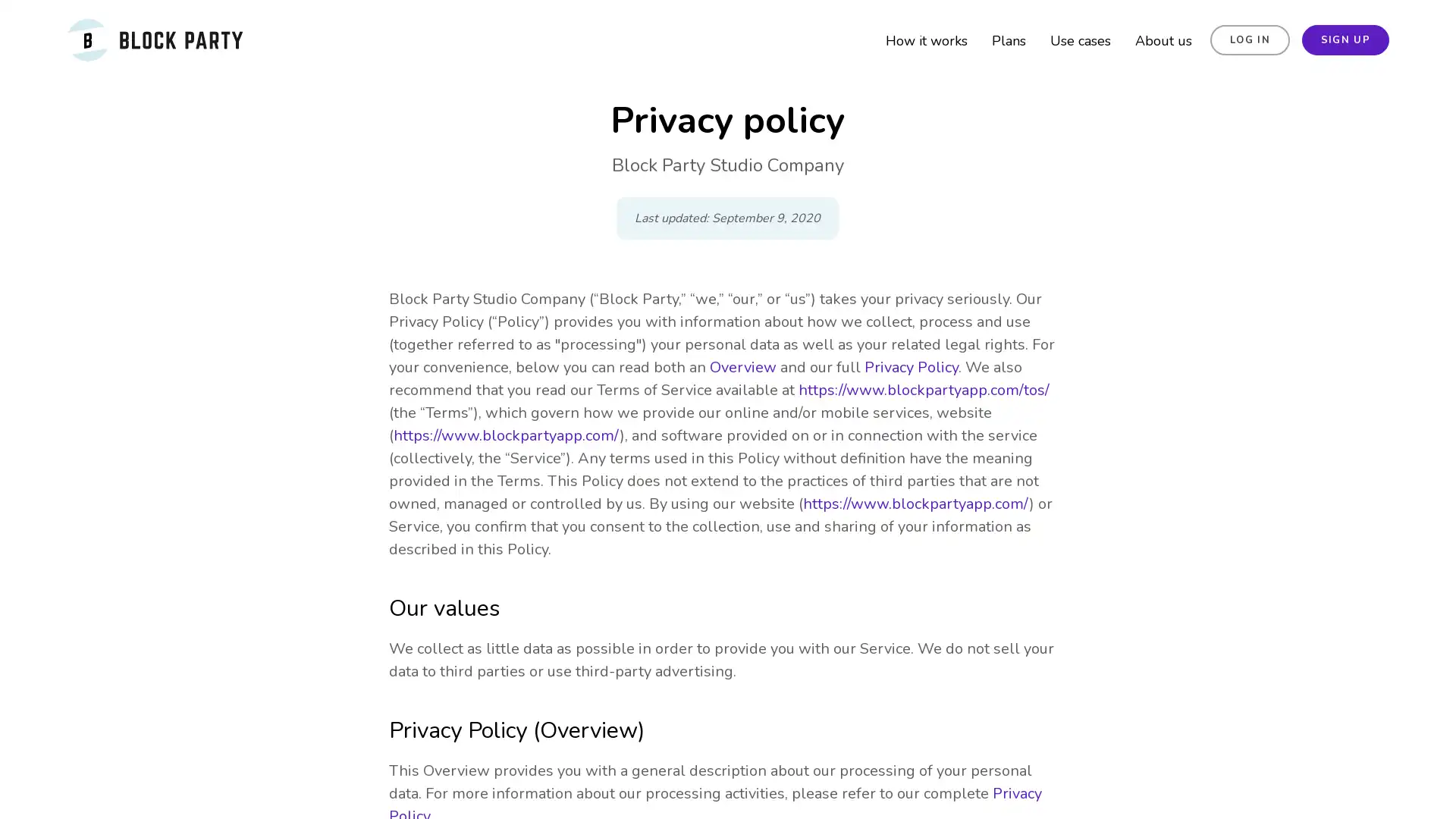 The image size is (1456, 819). Describe the element at coordinates (1249, 39) in the screenshot. I see `LOG IN` at that location.